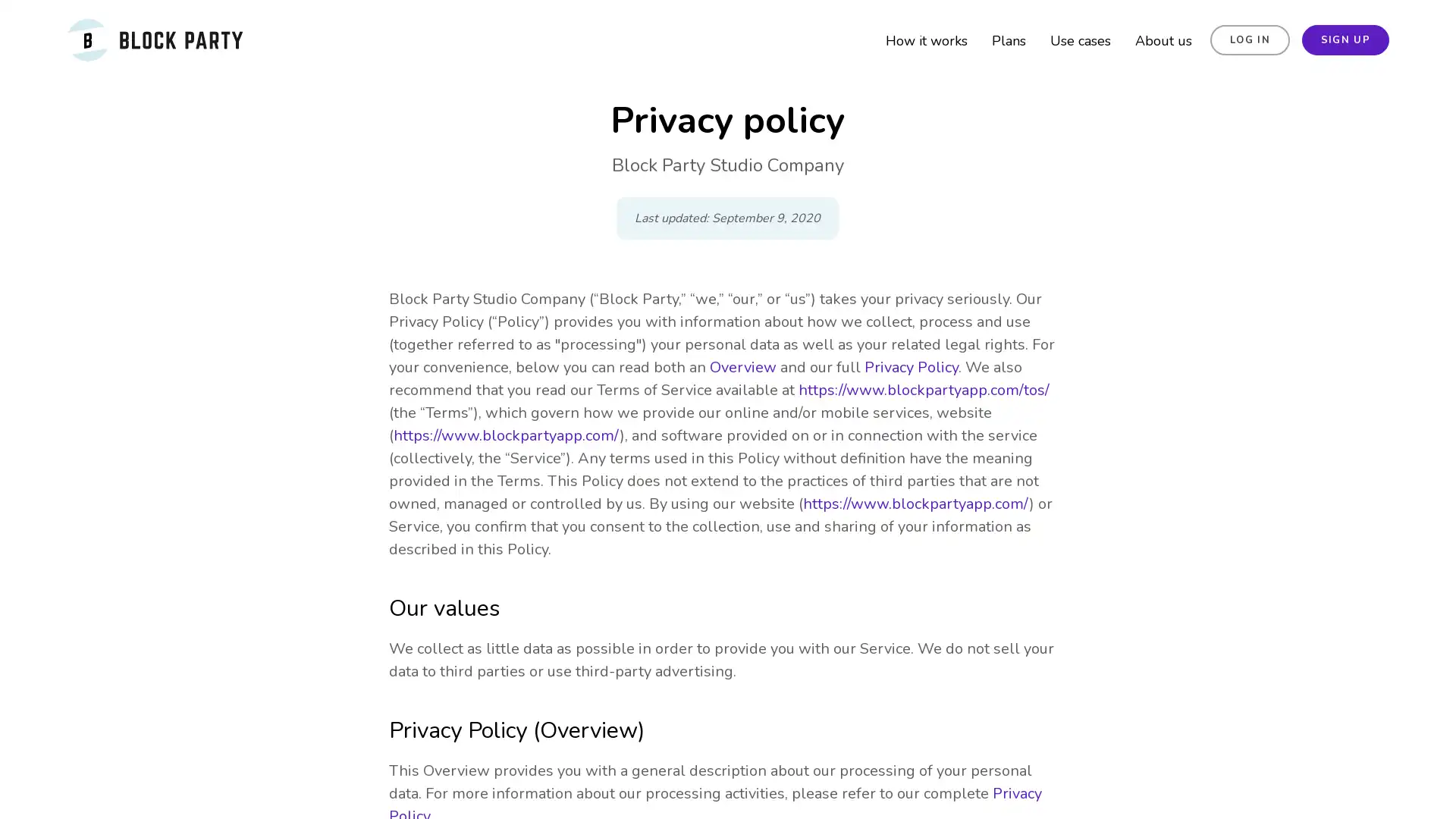 The image size is (1456, 819). Describe the element at coordinates (1249, 39) in the screenshot. I see `LOG IN` at that location.